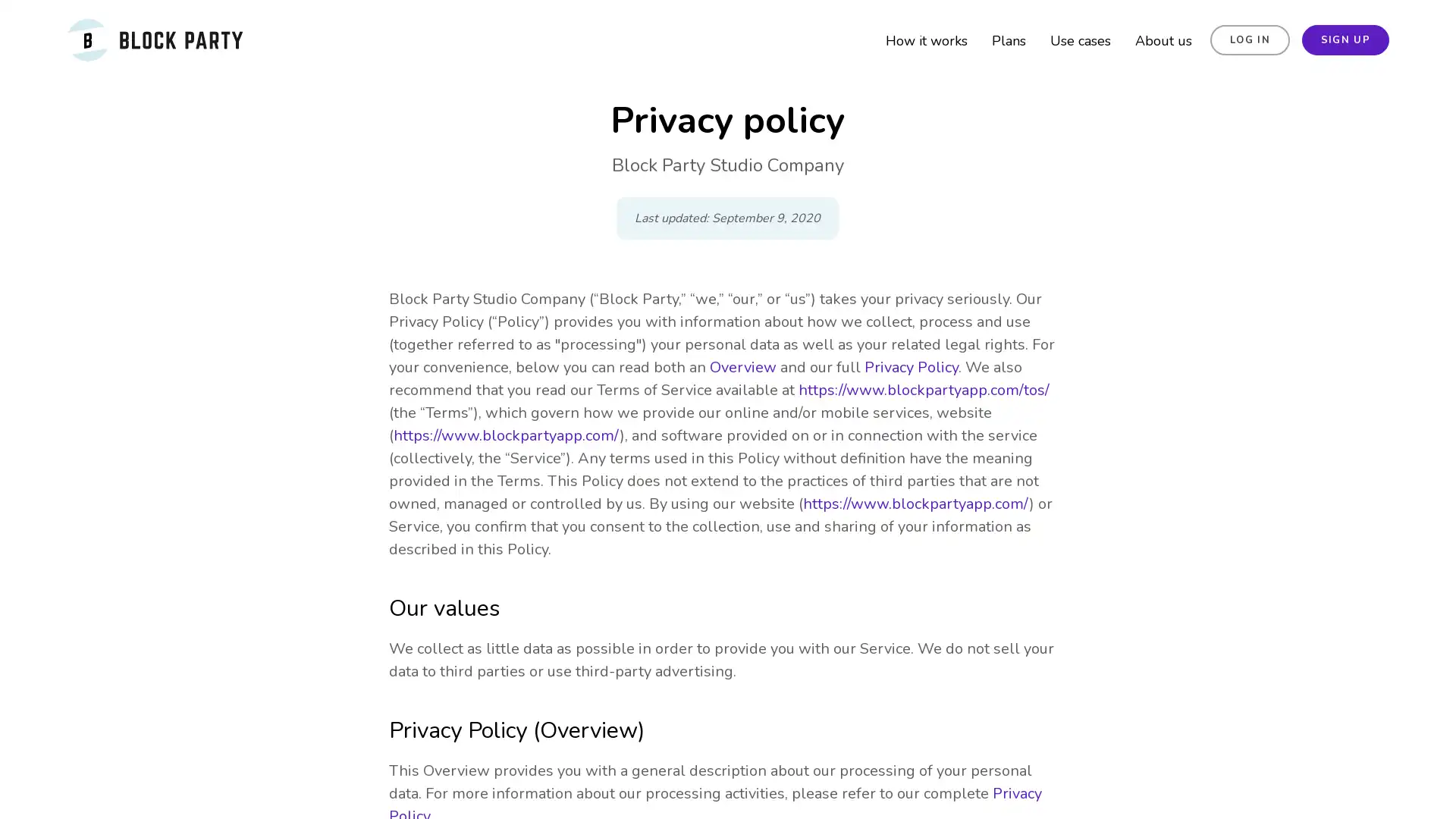 The image size is (1456, 819). Describe the element at coordinates (1249, 39) in the screenshot. I see `LOG IN` at that location.